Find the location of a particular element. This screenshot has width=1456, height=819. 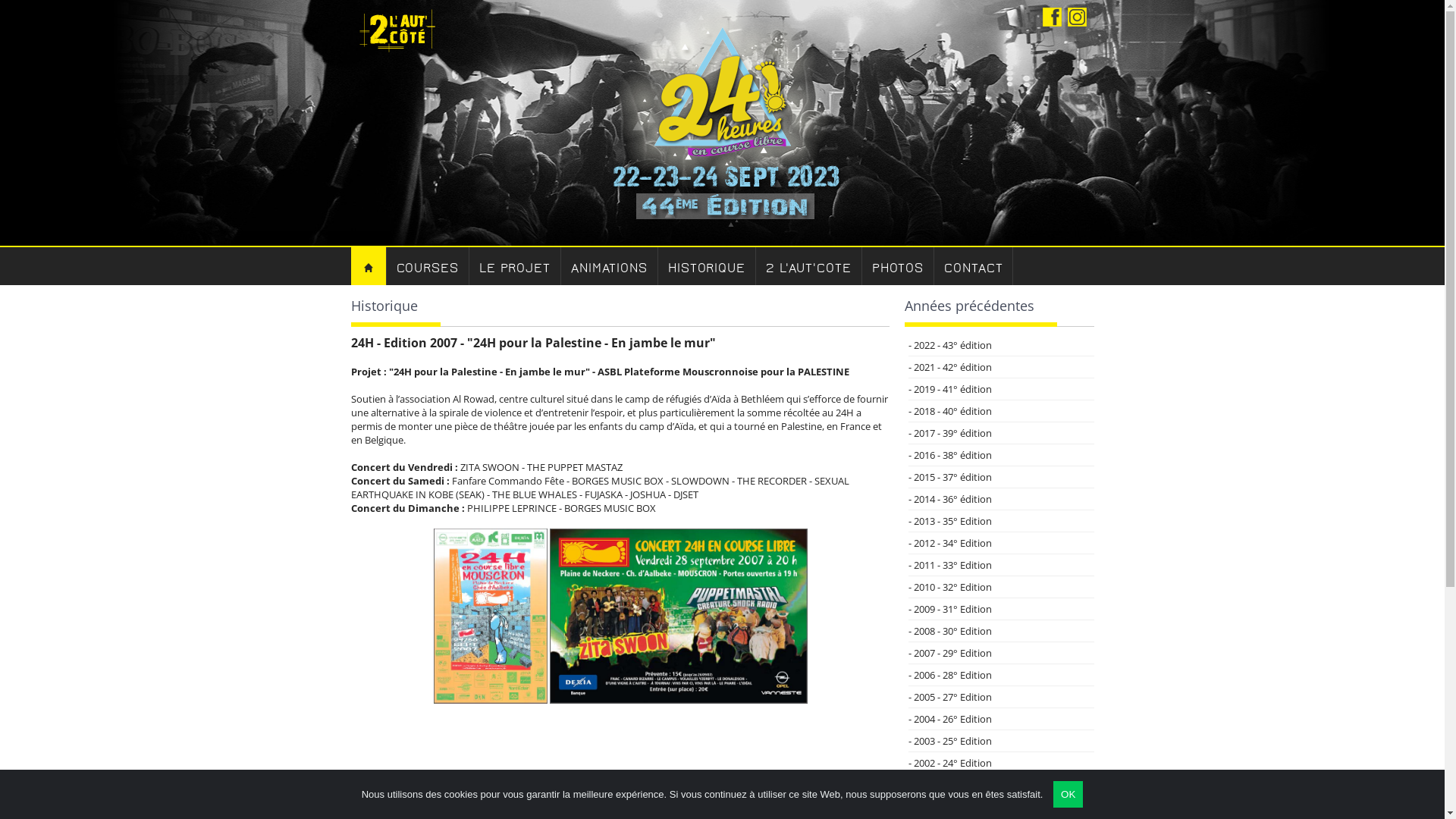

'LE PROJET' is located at coordinates (515, 265).